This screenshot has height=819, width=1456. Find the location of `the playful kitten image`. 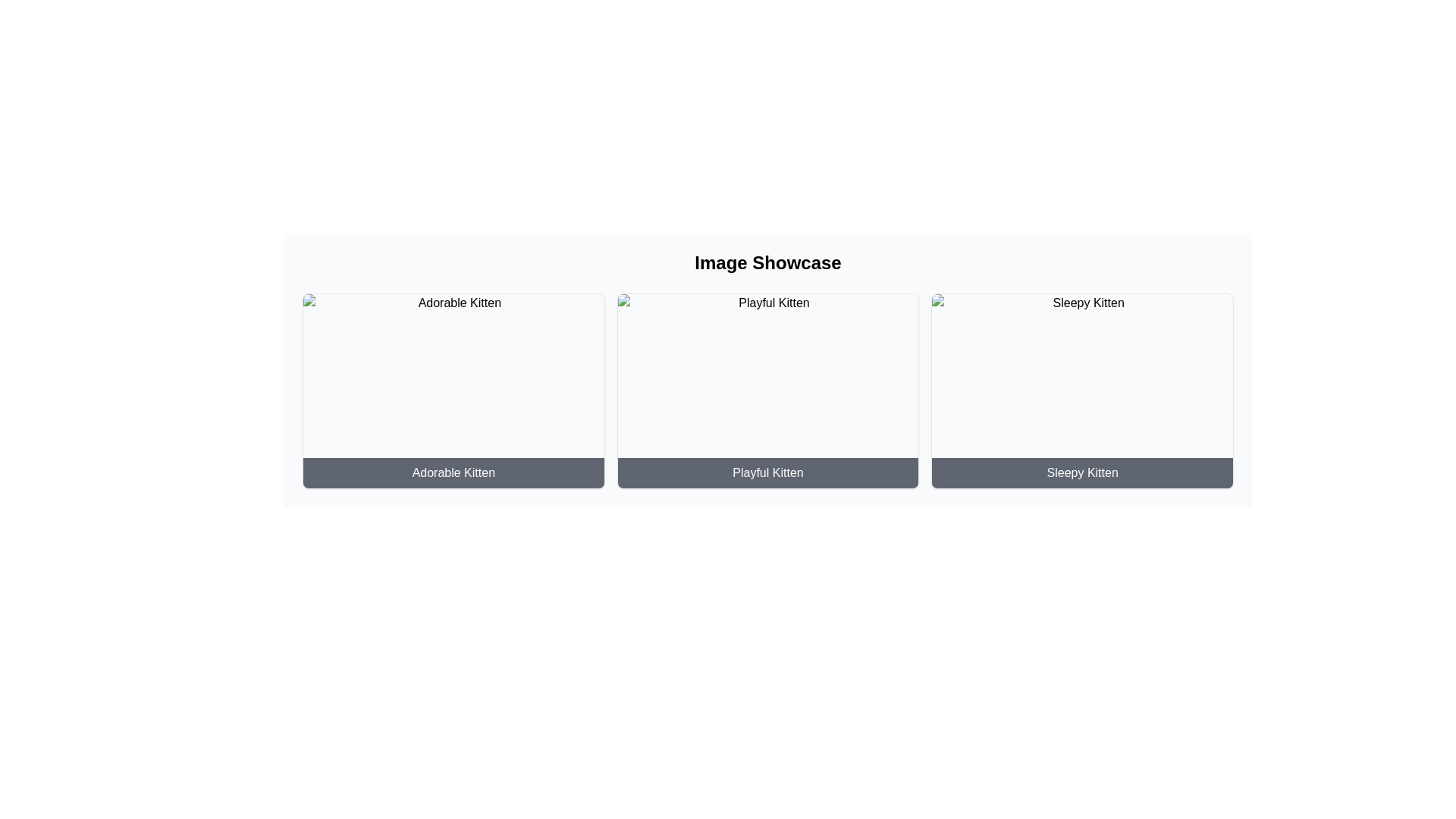

the playful kitten image is located at coordinates (767, 391).